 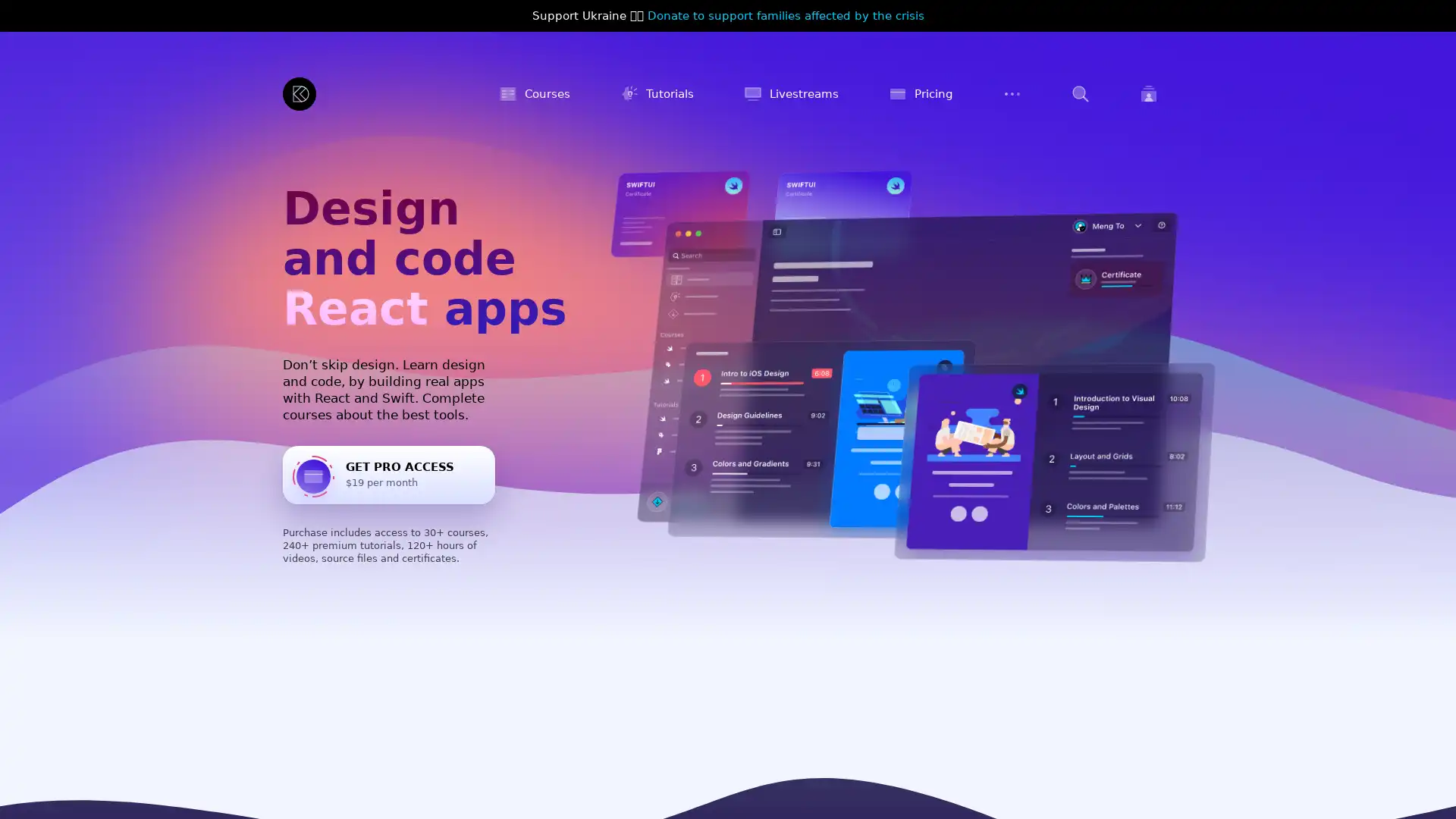 I want to click on Tutorials icon Tutorials, so click(x=657, y=93).